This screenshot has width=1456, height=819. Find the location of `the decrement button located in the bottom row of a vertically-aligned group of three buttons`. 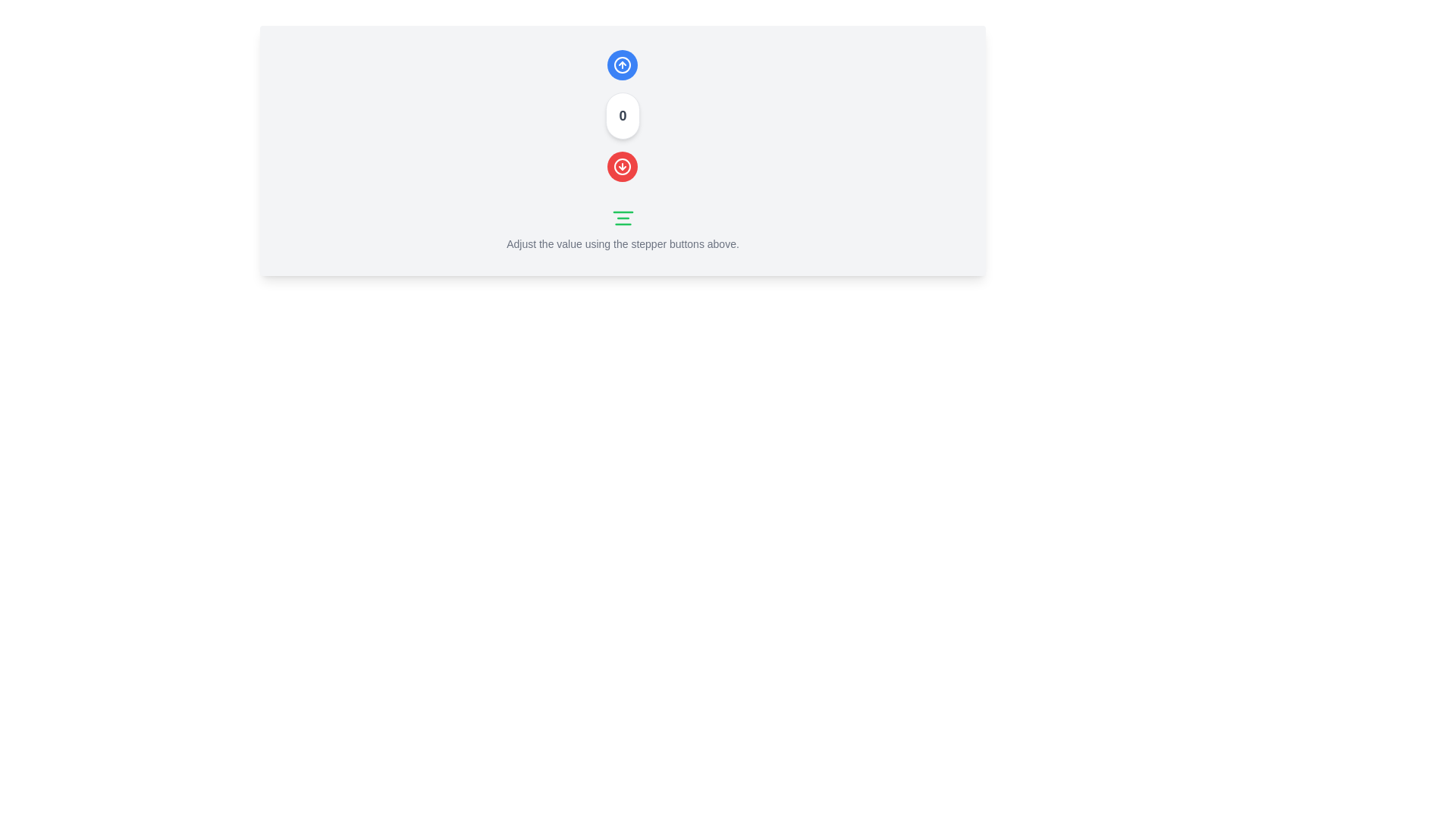

the decrement button located in the bottom row of a vertically-aligned group of three buttons is located at coordinates (623, 166).